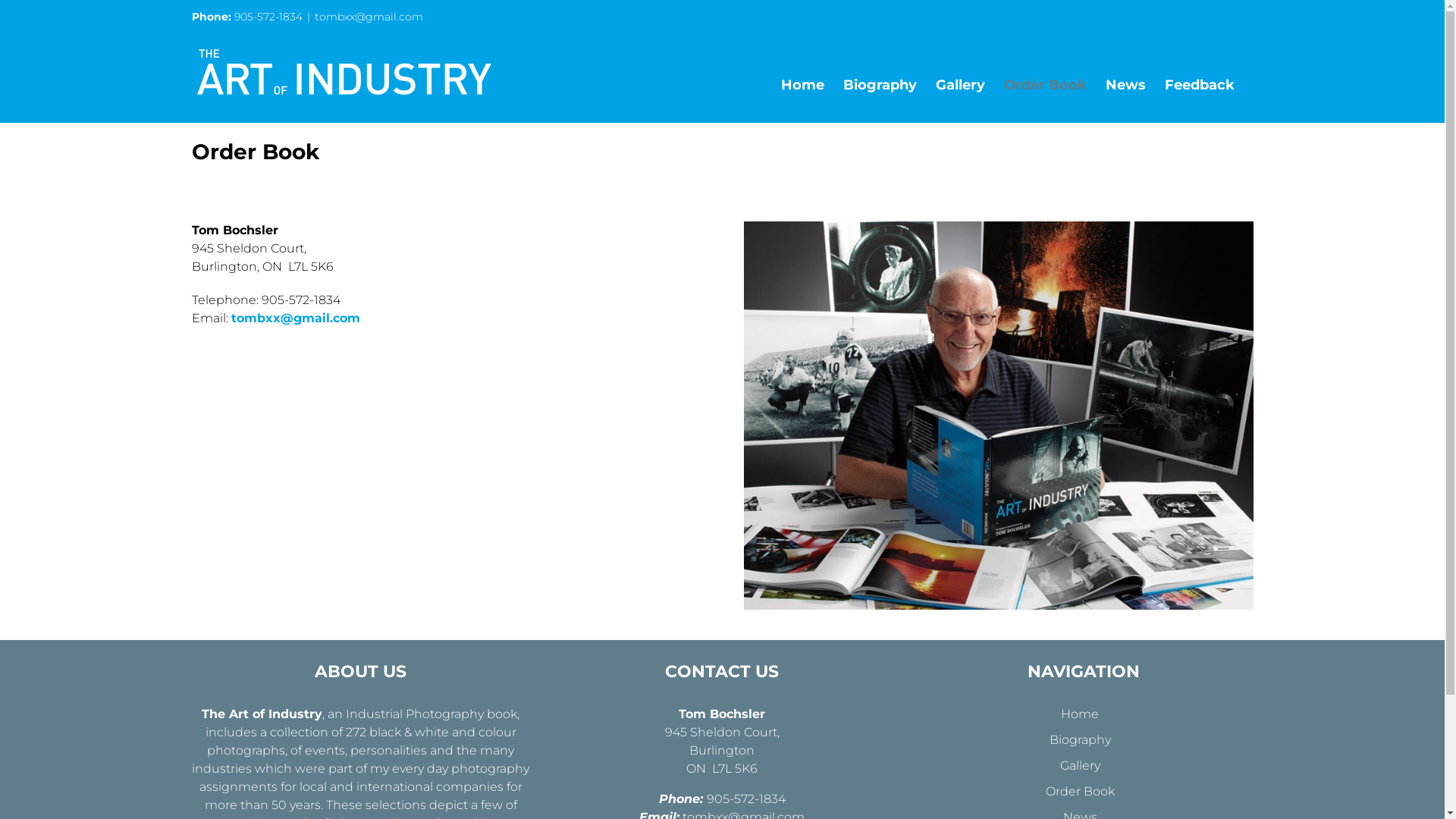 The width and height of the screenshot is (1456, 819). Describe the element at coordinates (1044, 84) in the screenshot. I see `'Order Book'` at that location.